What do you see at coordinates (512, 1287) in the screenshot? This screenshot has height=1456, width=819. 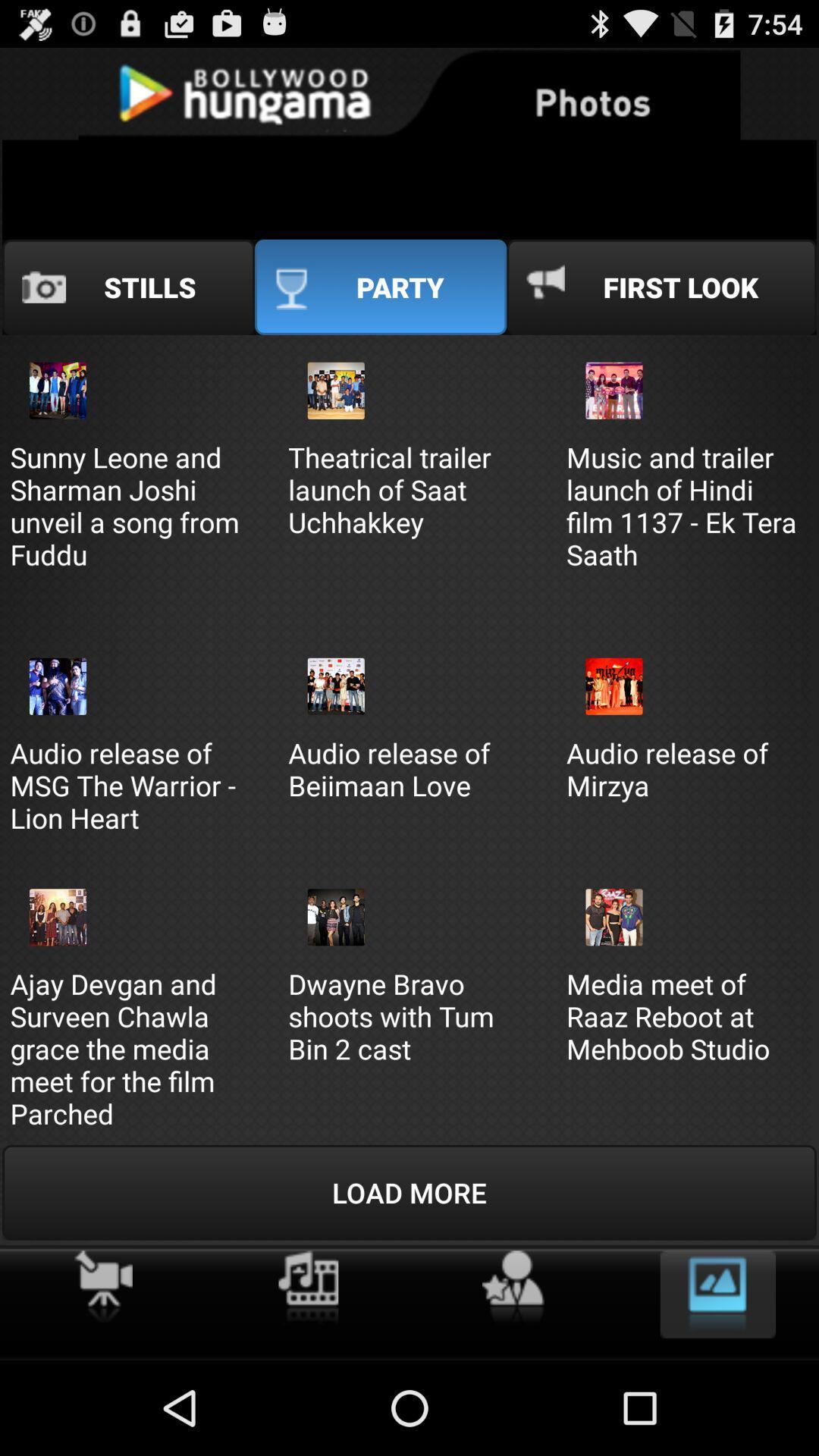 I see `make favourite` at bounding box center [512, 1287].